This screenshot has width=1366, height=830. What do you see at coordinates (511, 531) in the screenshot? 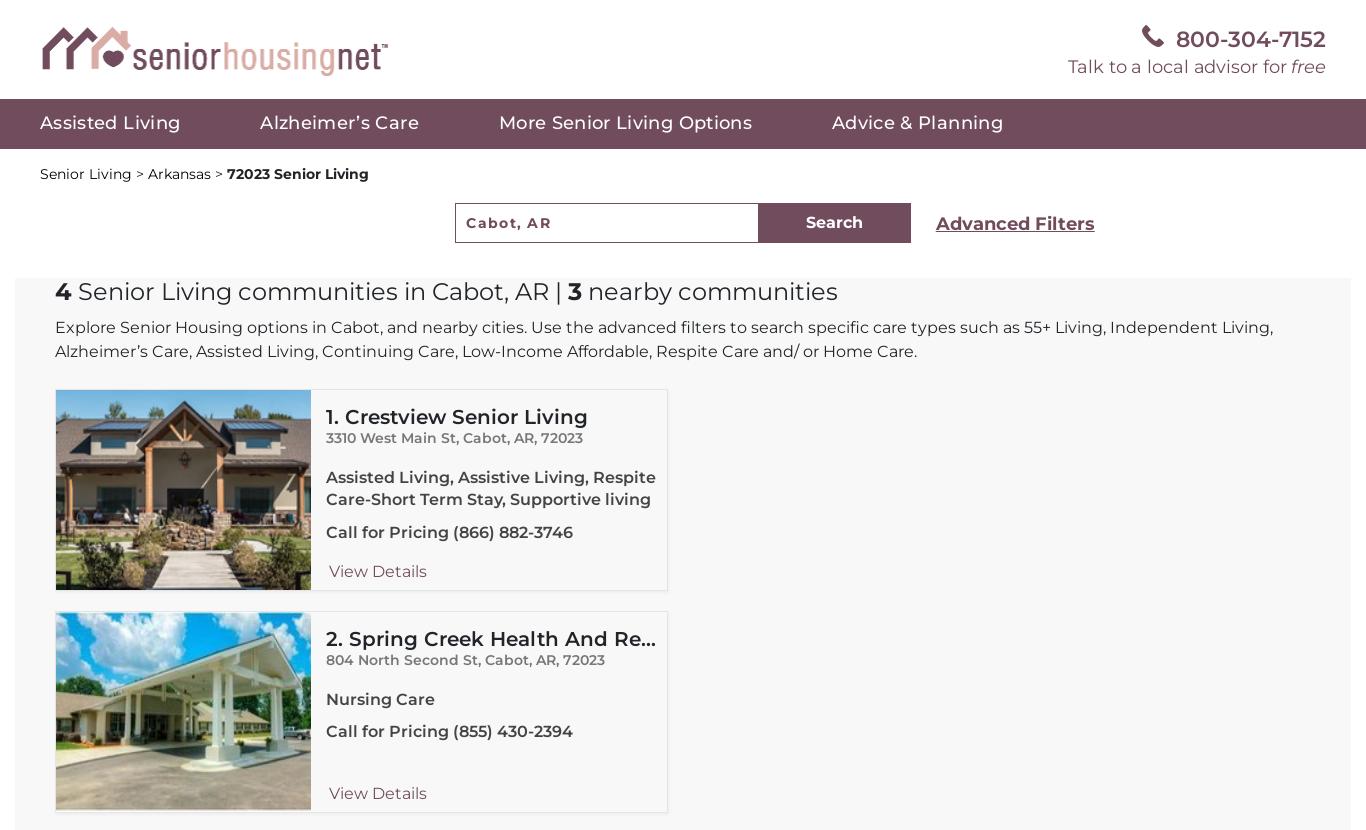
I see `'(866) 882-3746'` at bounding box center [511, 531].